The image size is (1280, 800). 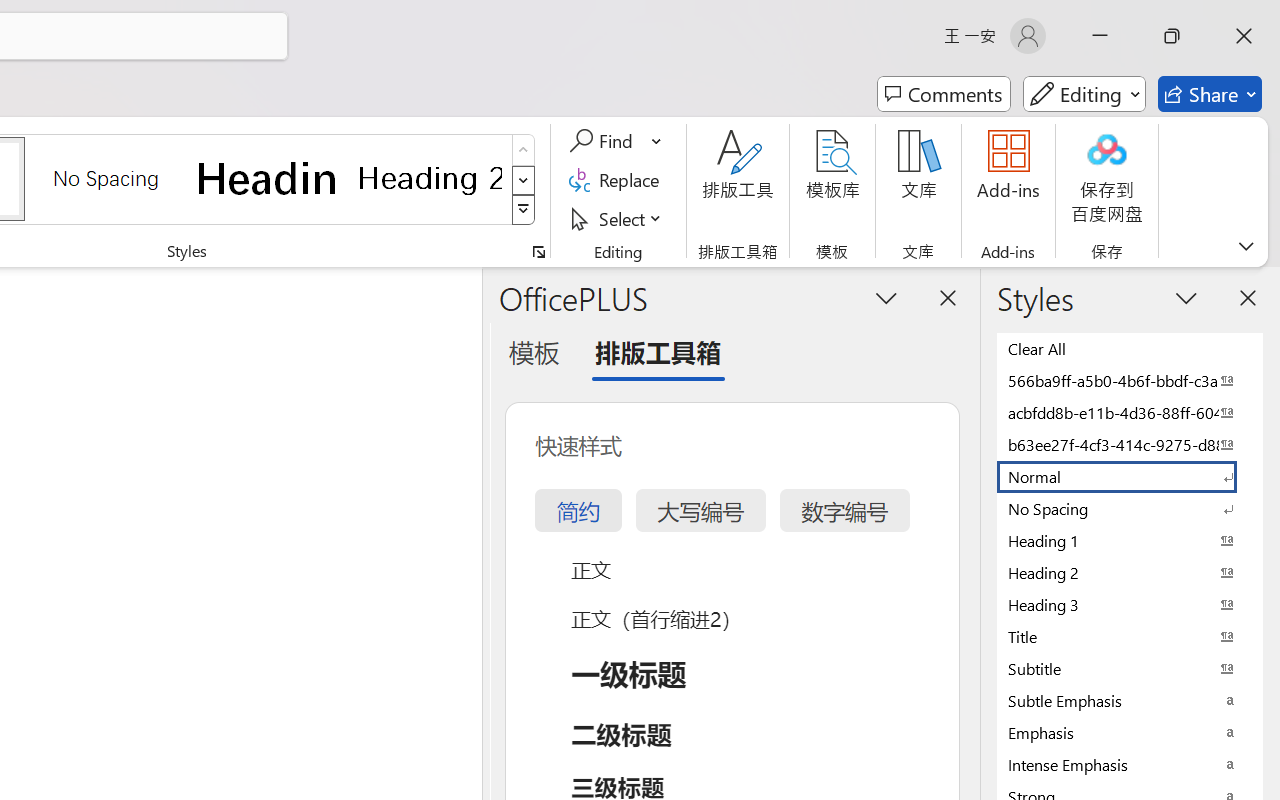 I want to click on 'Subtle Emphasis', so click(x=1130, y=700).